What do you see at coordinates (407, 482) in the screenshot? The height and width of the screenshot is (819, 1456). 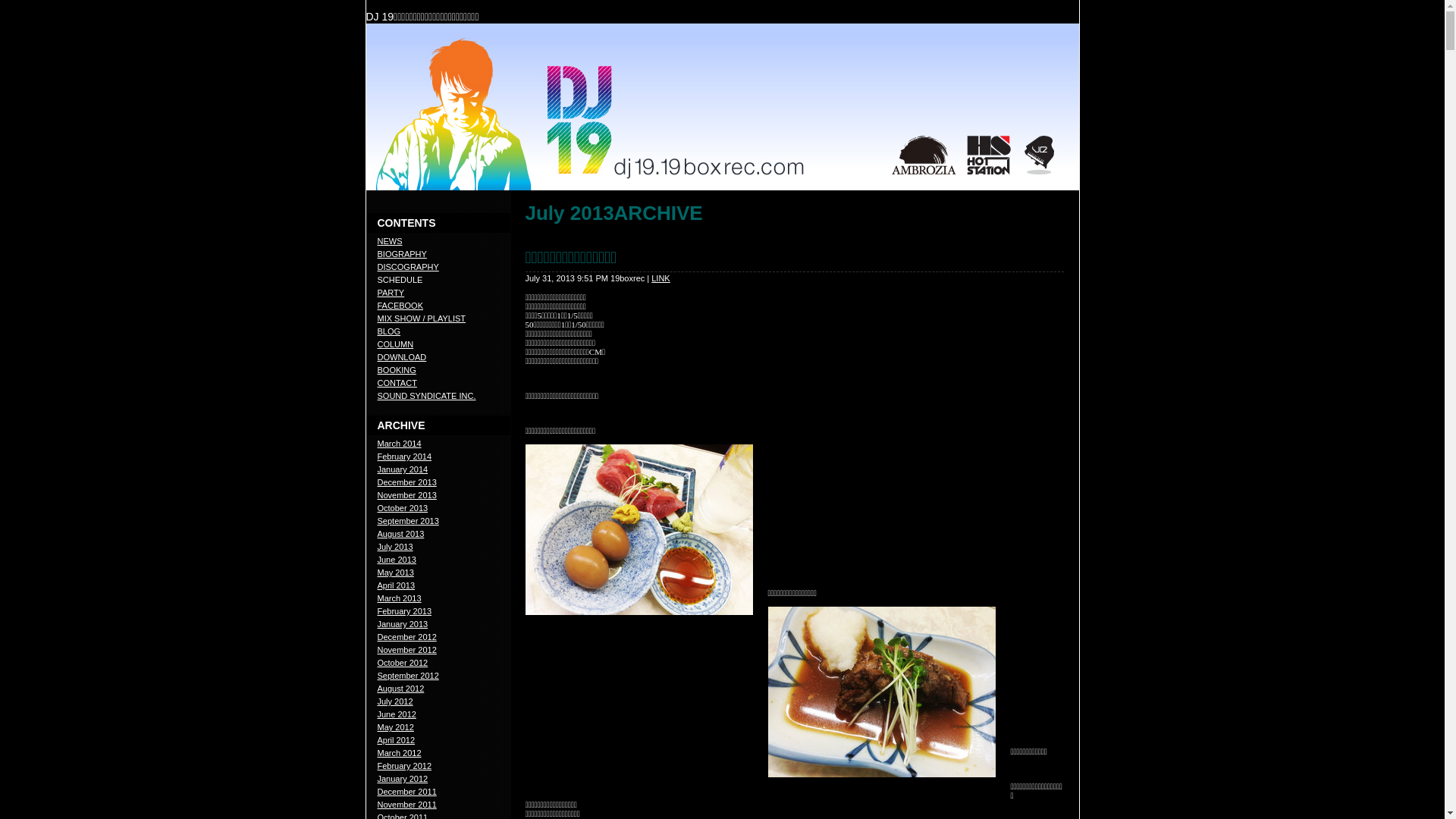 I see `'December 2013'` at bounding box center [407, 482].